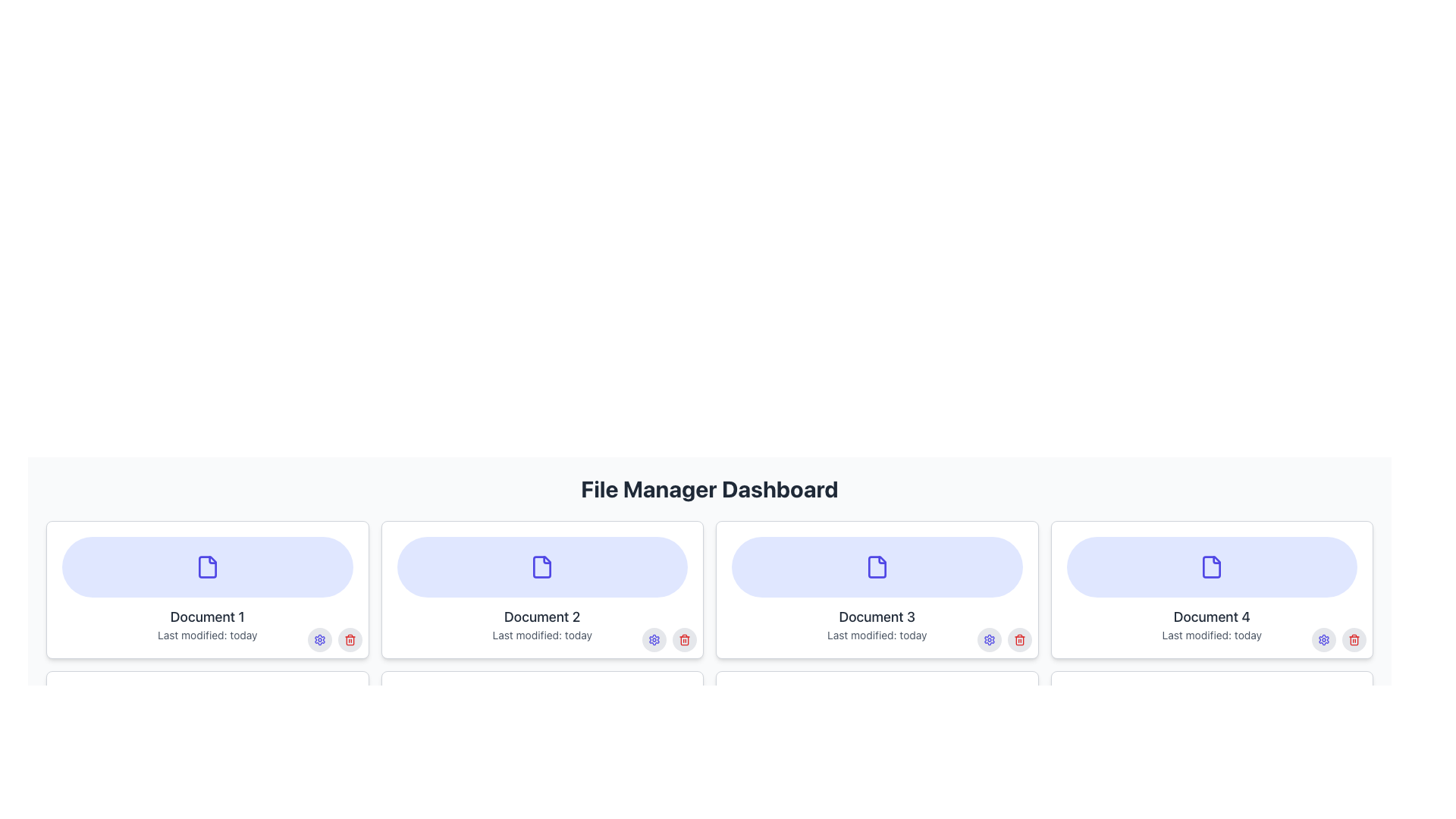  What do you see at coordinates (683, 640) in the screenshot?
I see `the delete button for 'Document 2'` at bounding box center [683, 640].